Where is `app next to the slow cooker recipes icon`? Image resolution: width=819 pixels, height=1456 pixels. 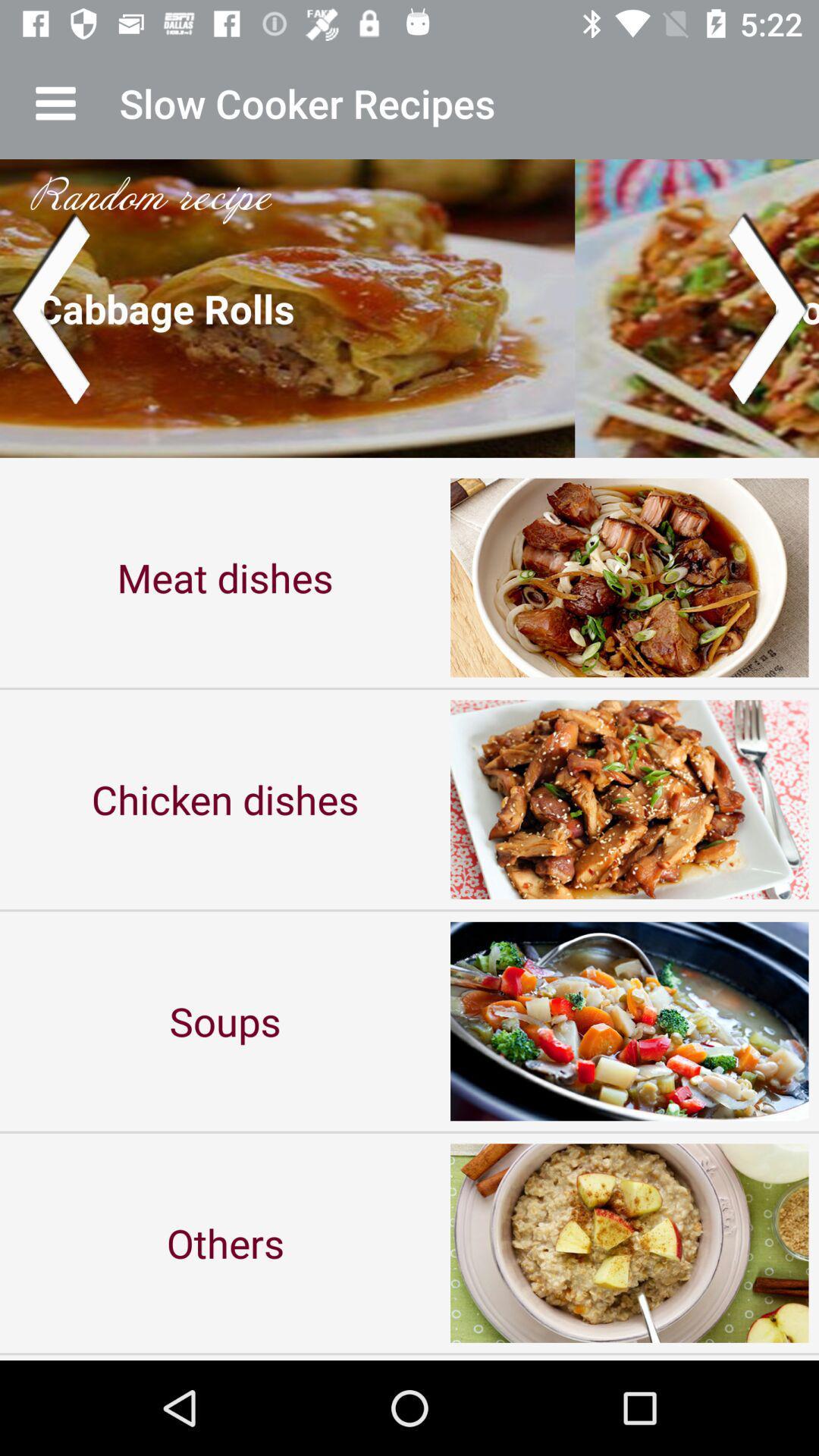 app next to the slow cooker recipes icon is located at coordinates (55, 102).